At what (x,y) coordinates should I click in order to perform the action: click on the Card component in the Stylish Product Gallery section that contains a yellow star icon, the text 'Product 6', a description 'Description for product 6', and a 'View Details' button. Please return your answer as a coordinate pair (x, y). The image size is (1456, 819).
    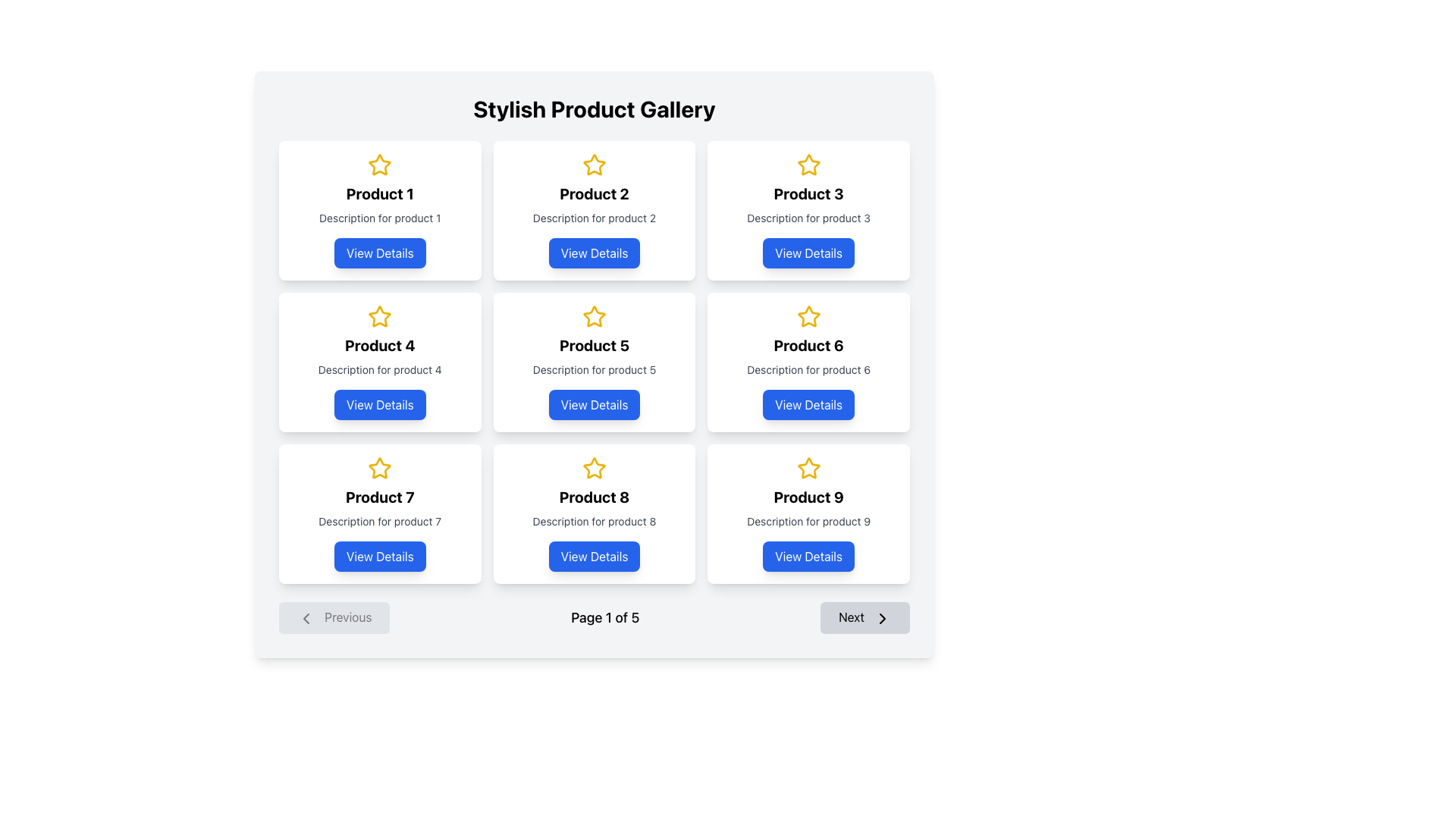
    Looking at the image, I should click on (808, 362).